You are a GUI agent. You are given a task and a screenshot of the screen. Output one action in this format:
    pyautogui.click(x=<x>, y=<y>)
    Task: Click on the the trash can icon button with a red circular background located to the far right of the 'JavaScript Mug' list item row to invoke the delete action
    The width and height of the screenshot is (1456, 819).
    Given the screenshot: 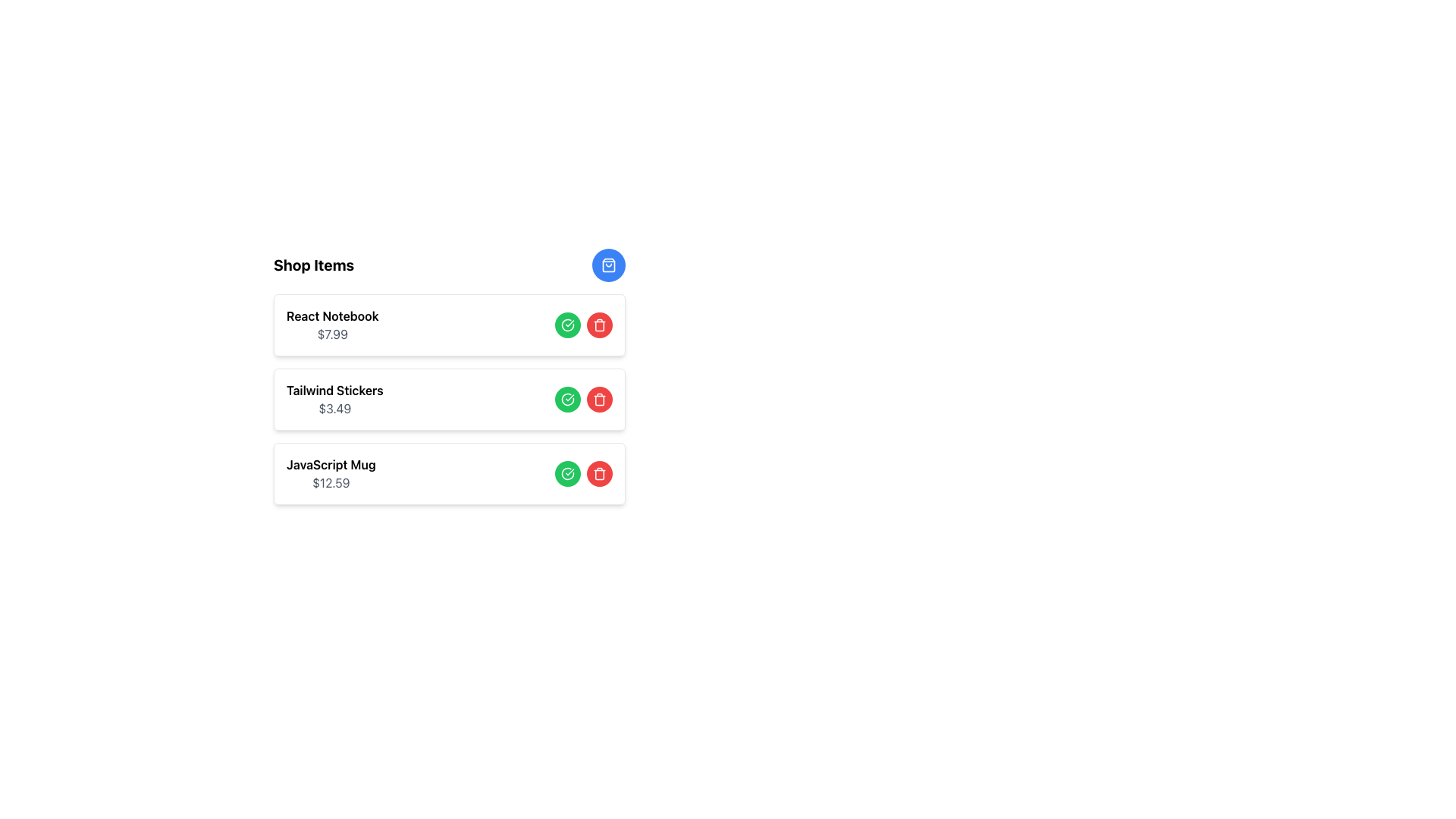 What is the action you would take?
    pyautogui.click(x=599, y=472)
    